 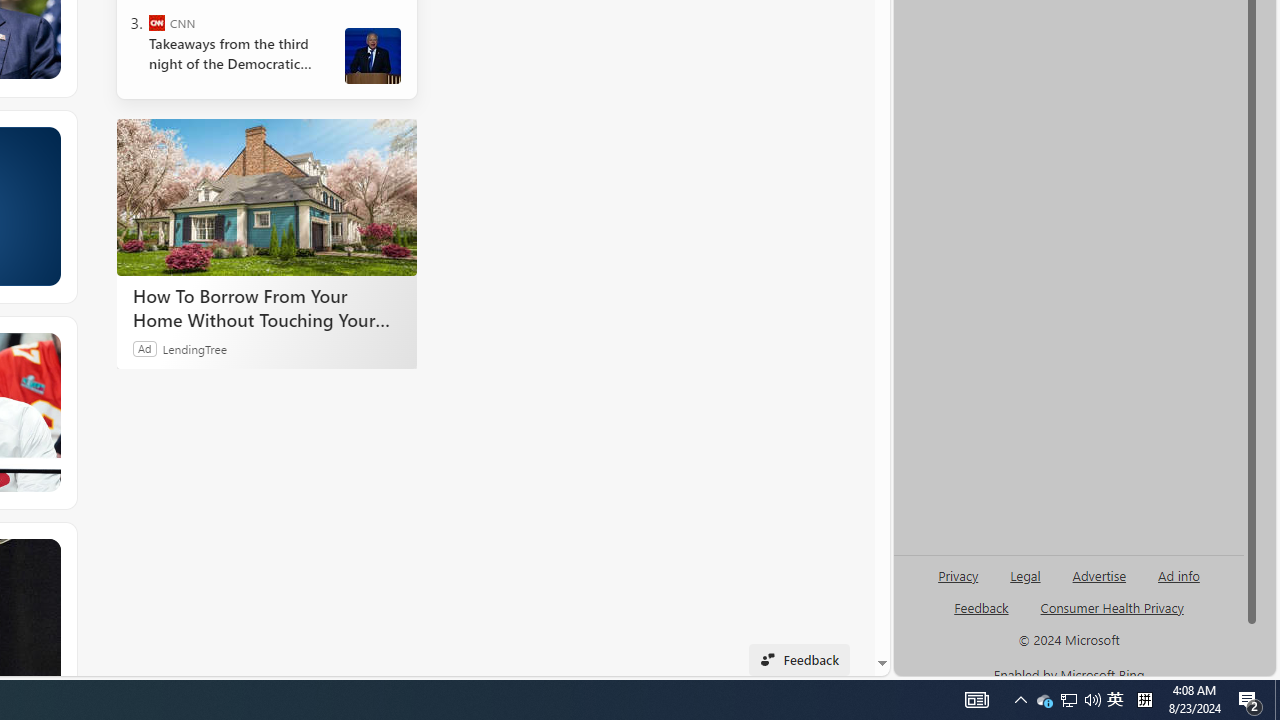 What do you see at coordinates (981, 606) in the screenshot?
I see `'AutomationID: sb_feedback'` at bounding box center [981, 606].